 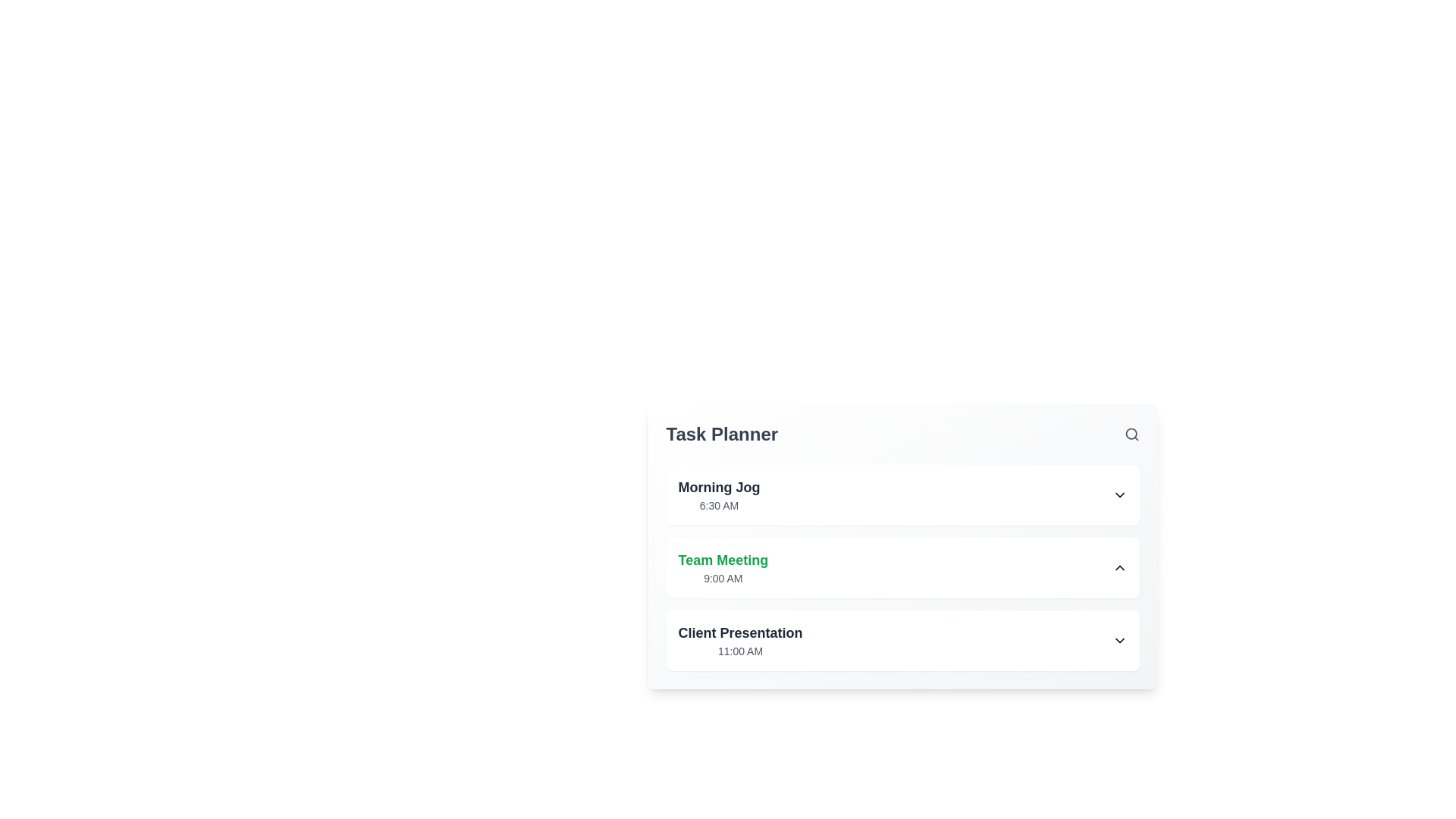 I want to click on the upward arrow icon button located on the rightmost side of the row containing 'Team Meeting' and '9:00 AM' to observe the tooltip or style change, so click(x=1119, y=567).